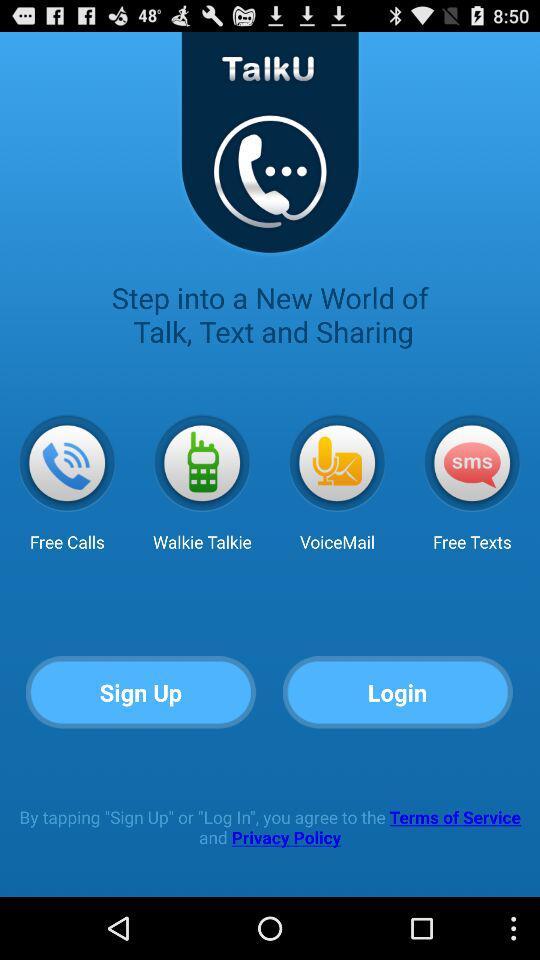 This screenshot has height=960, width=540. I want to click on login item, so click(398, 693).